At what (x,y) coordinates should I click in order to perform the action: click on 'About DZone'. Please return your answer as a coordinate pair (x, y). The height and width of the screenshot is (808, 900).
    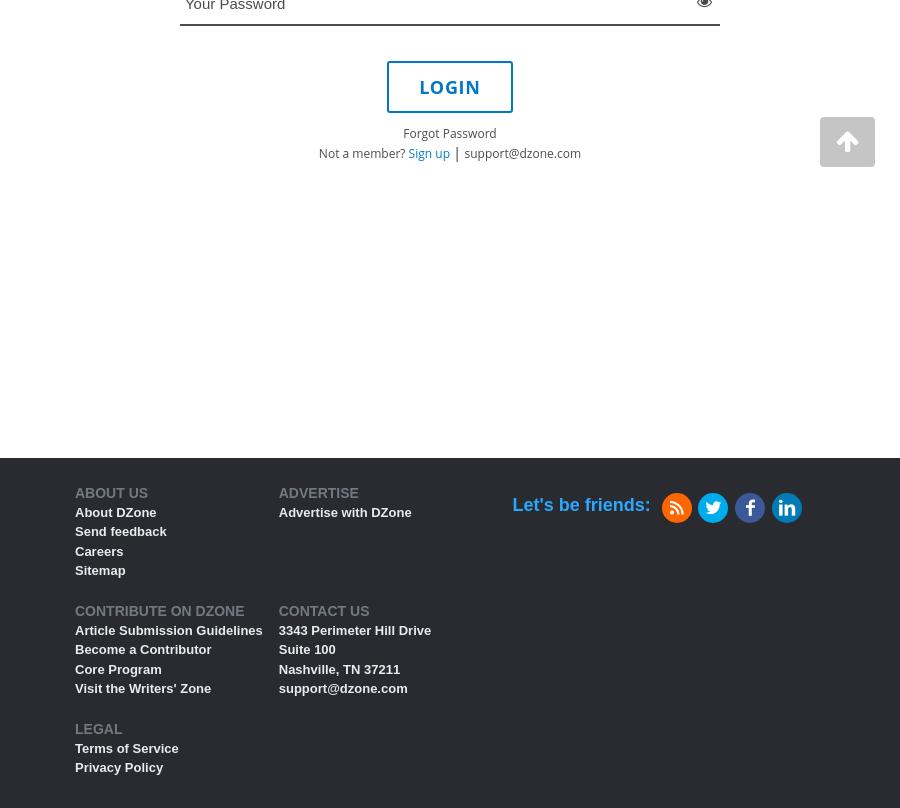
    Looking at the image, I should click on (115, 510).